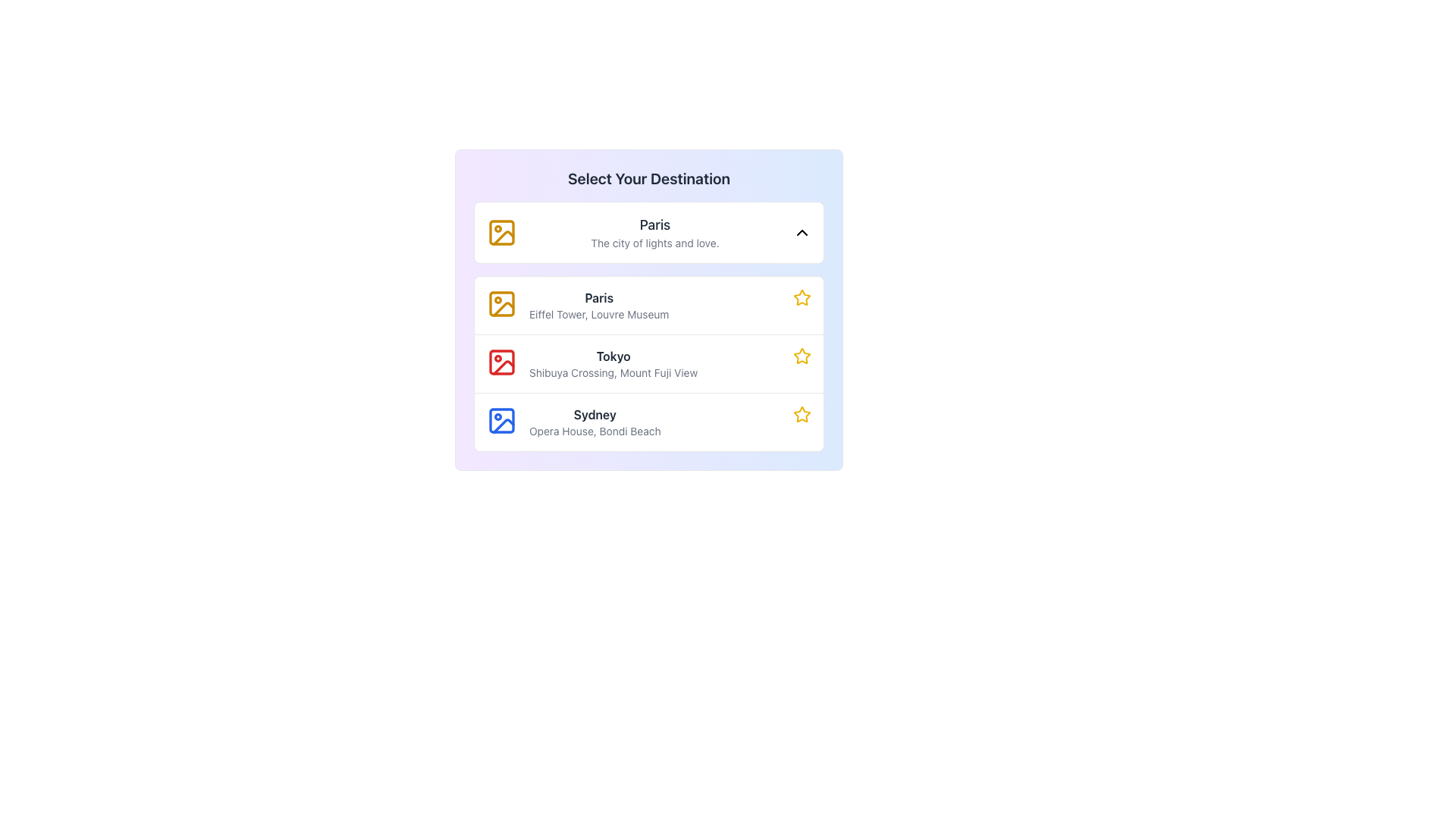 The image size is (1456, 819). What do you see at coordinates (800, 356) in the screenshot?
I see `the star icon on the rightmost side of the second row for the destination 'Tokyo' to favorite or unfavorite it` at bounding box center [800, 356].